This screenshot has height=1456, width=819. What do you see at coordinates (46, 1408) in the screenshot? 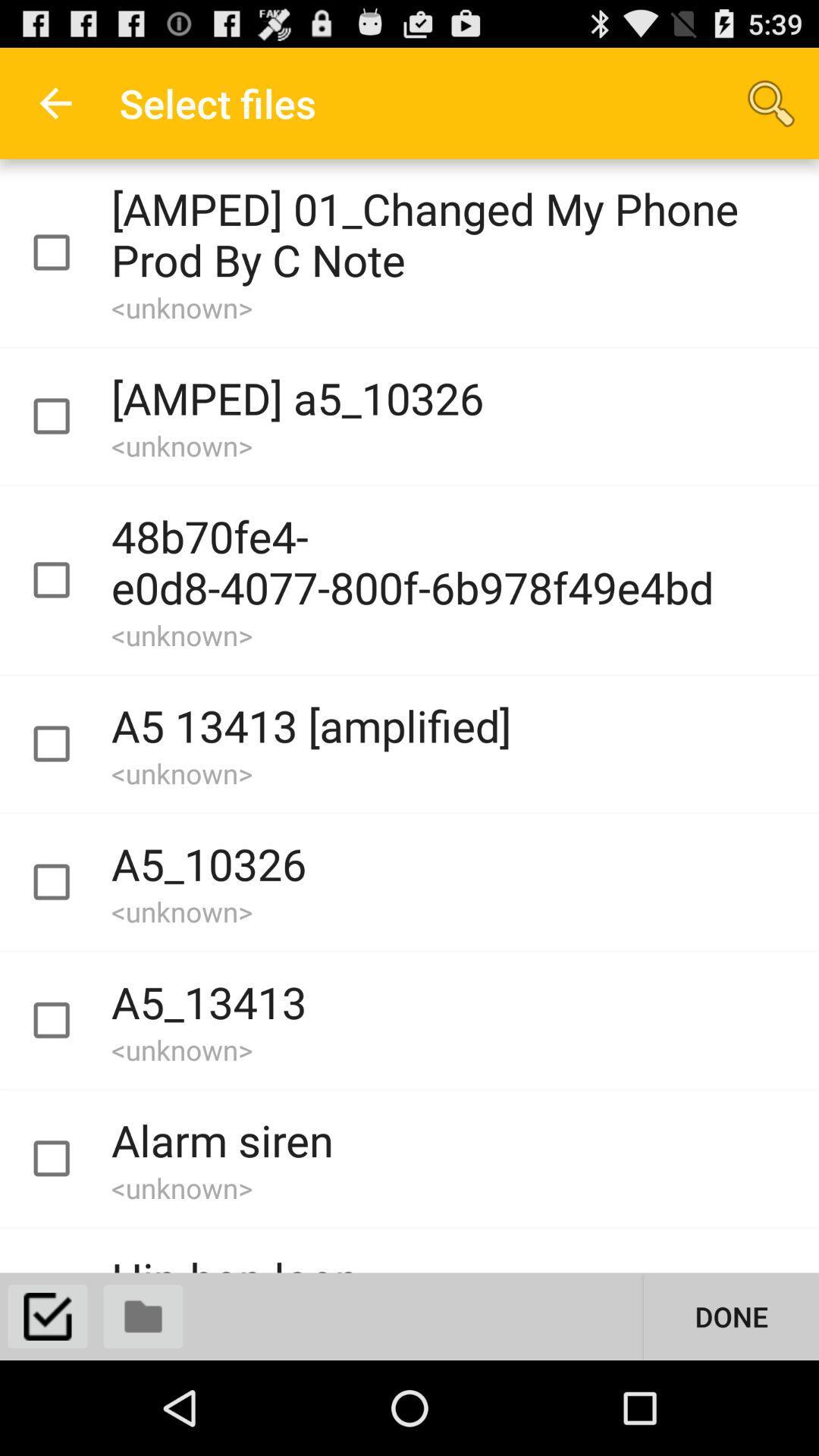
I see `the check icon` at bounding box center [46, 1408].